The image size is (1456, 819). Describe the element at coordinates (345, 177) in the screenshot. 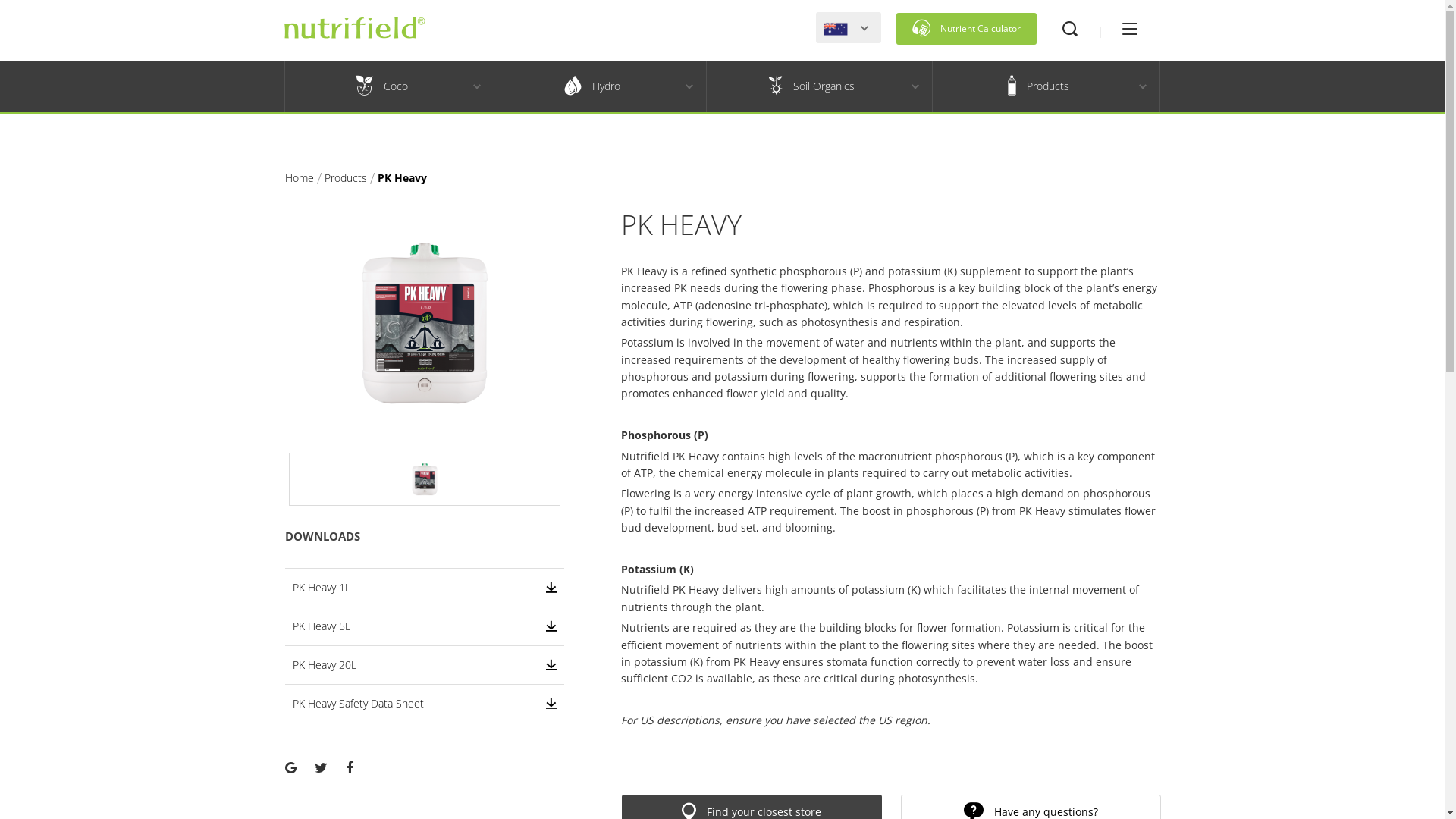

I see `'Products'` at that location.